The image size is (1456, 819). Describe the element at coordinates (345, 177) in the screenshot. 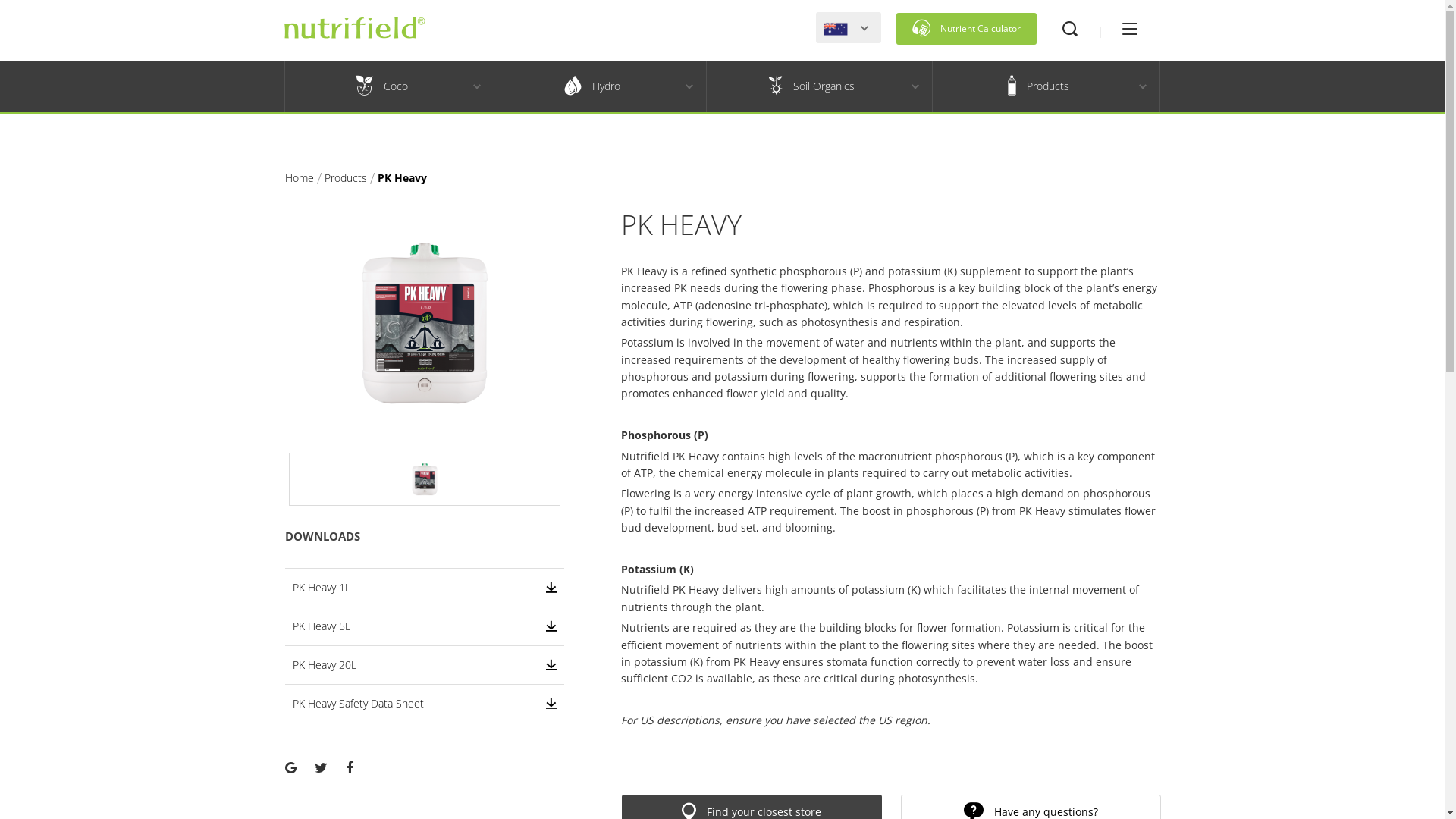

I see `'Products'` at that location.